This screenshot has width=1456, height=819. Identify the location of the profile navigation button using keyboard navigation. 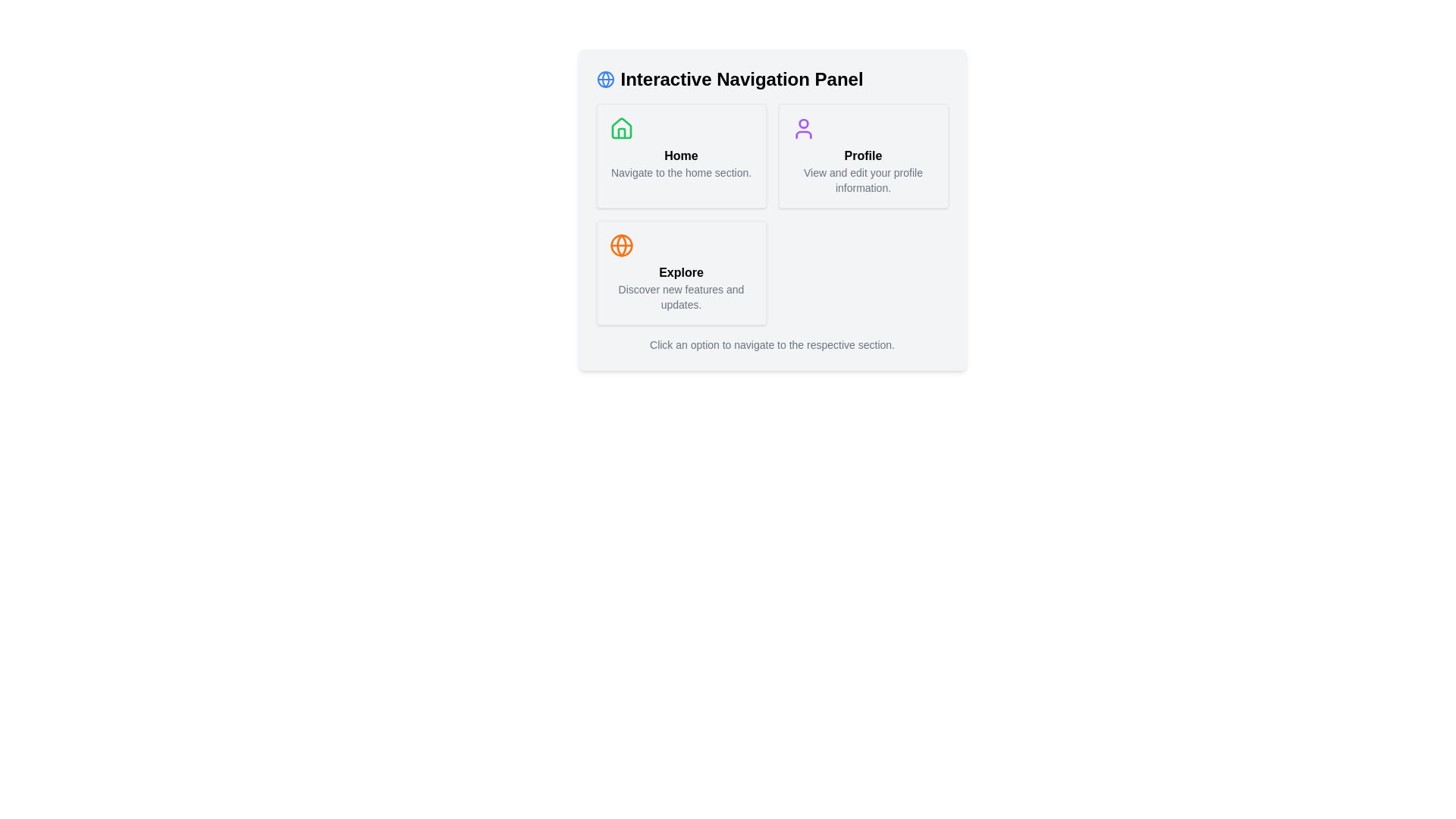
(863, 155).